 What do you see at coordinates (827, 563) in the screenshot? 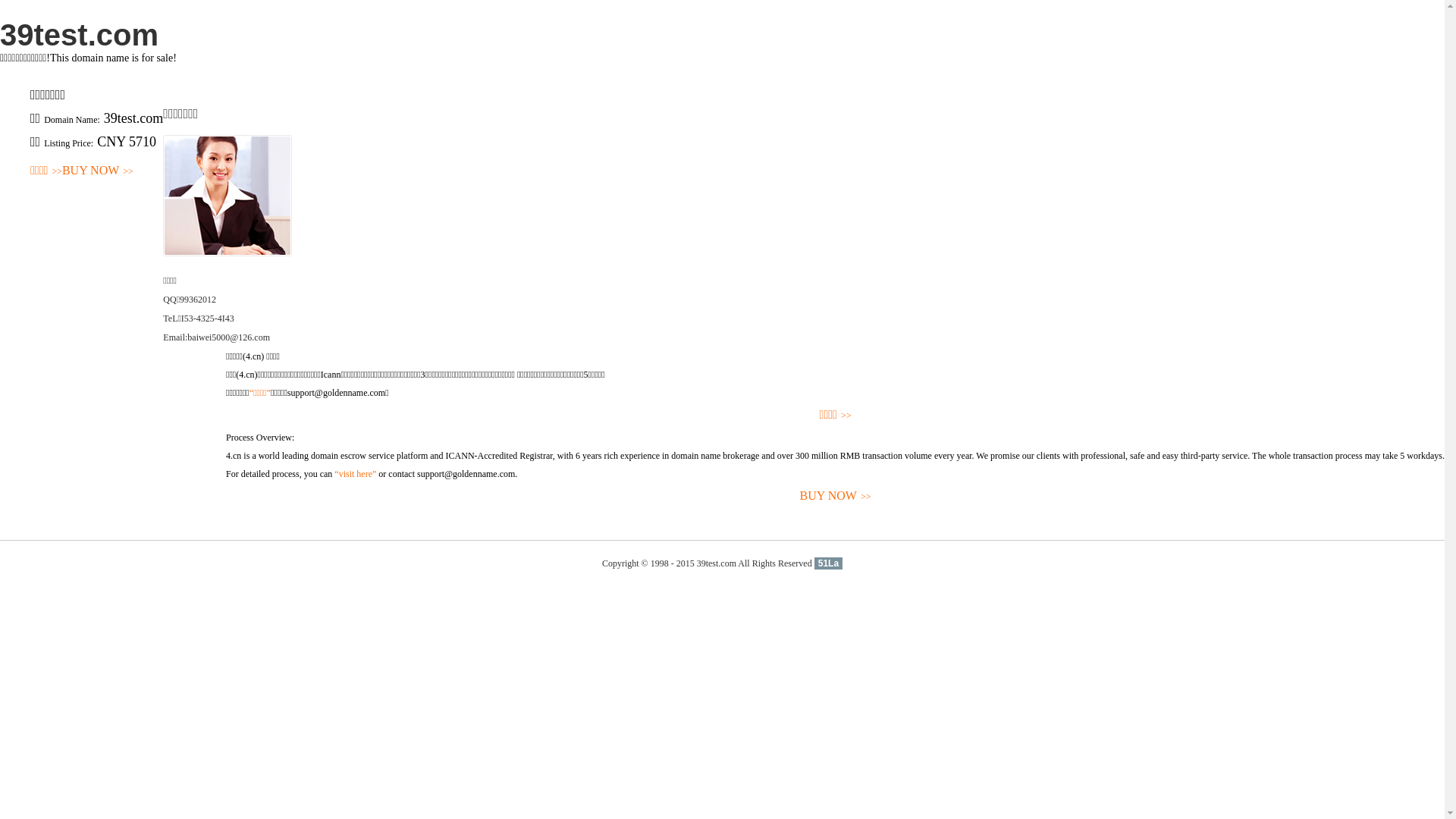
I see `'51La'` at bounding box center [827, 563].